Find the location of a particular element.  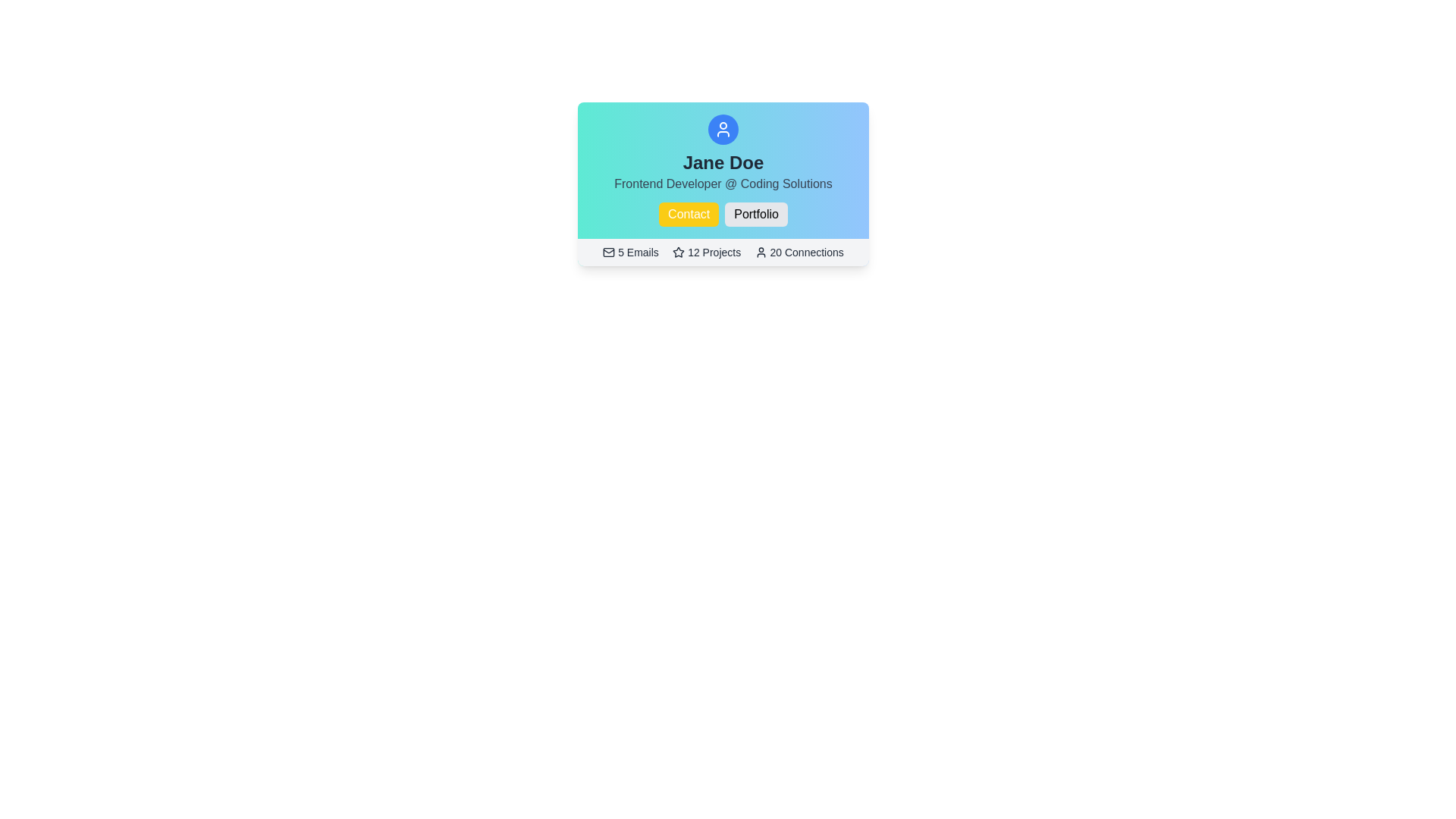

the label displaying 'Jane Doe' by moving the cursor to its center for emphasis is located at coordinates (723, 163).